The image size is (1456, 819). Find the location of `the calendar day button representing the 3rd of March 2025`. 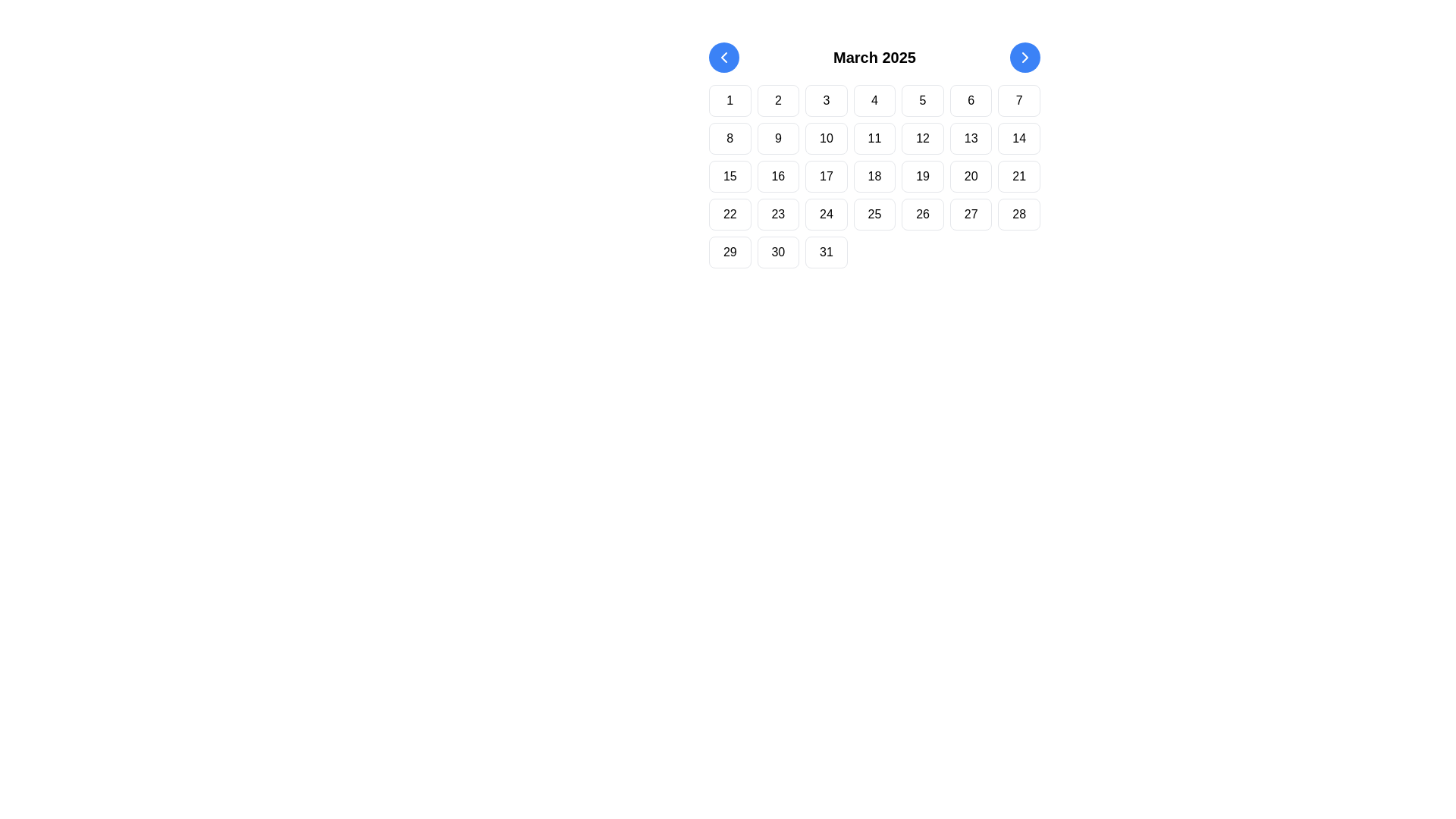

the calendar day button representing the 3rd of March 2025 is located at coordinates (825, 100).